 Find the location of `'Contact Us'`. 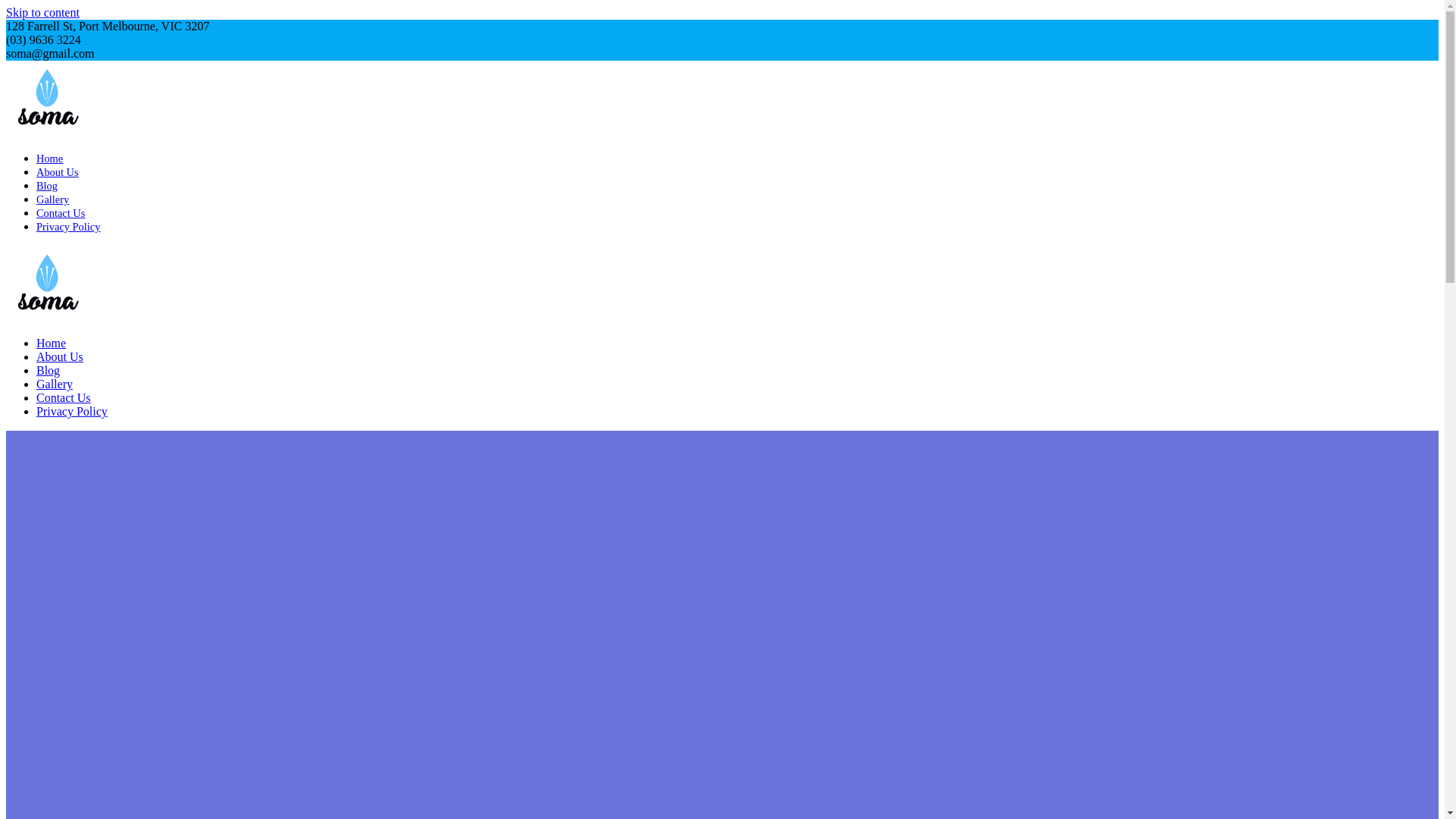

'Contact Us' is located at coordinates (61, 213).